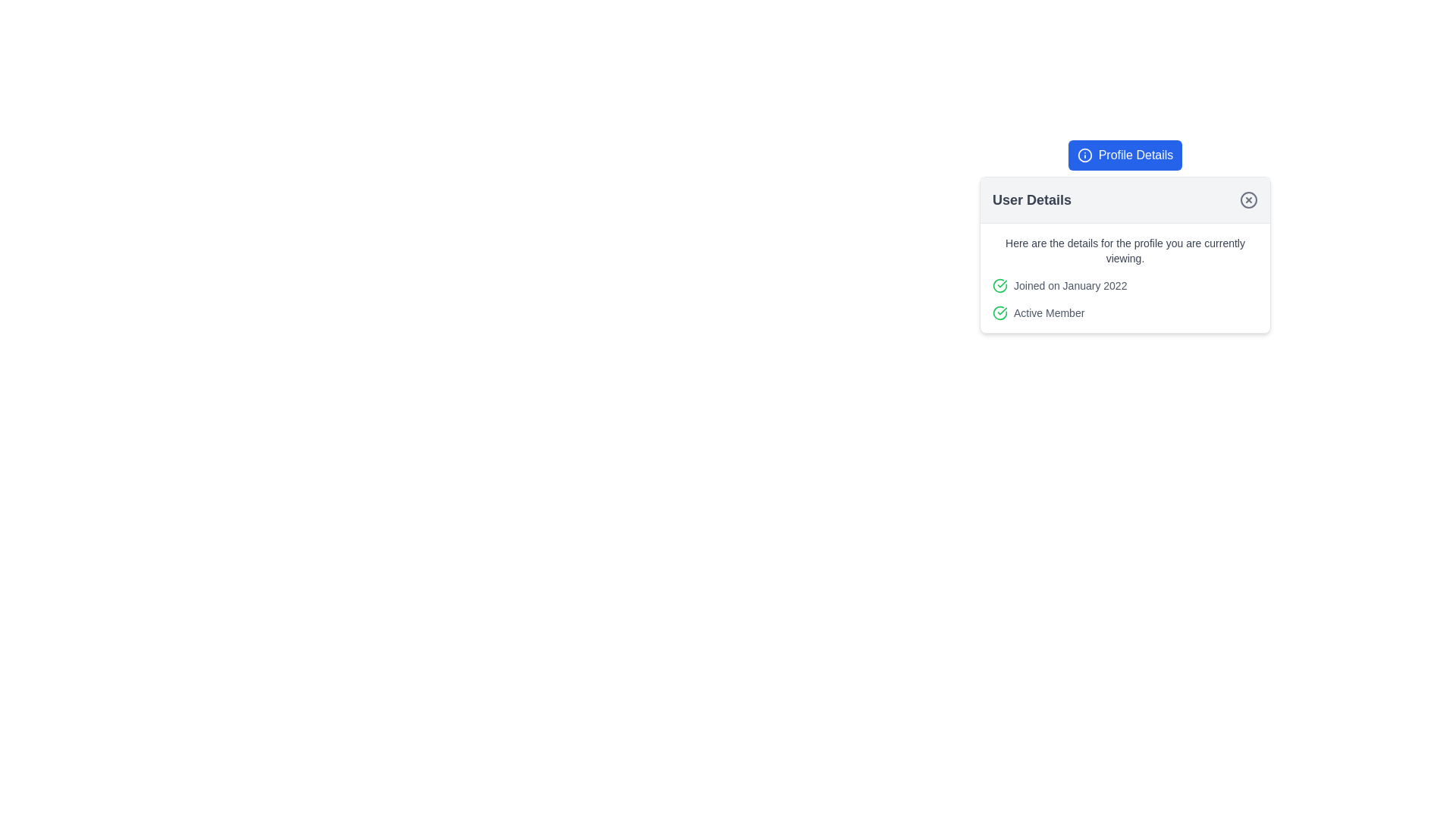  Describe the element at coordinates (1248, 199) in the screenshot. I see `the close button located in the top-right corner of the 'User Details' card` at that location.